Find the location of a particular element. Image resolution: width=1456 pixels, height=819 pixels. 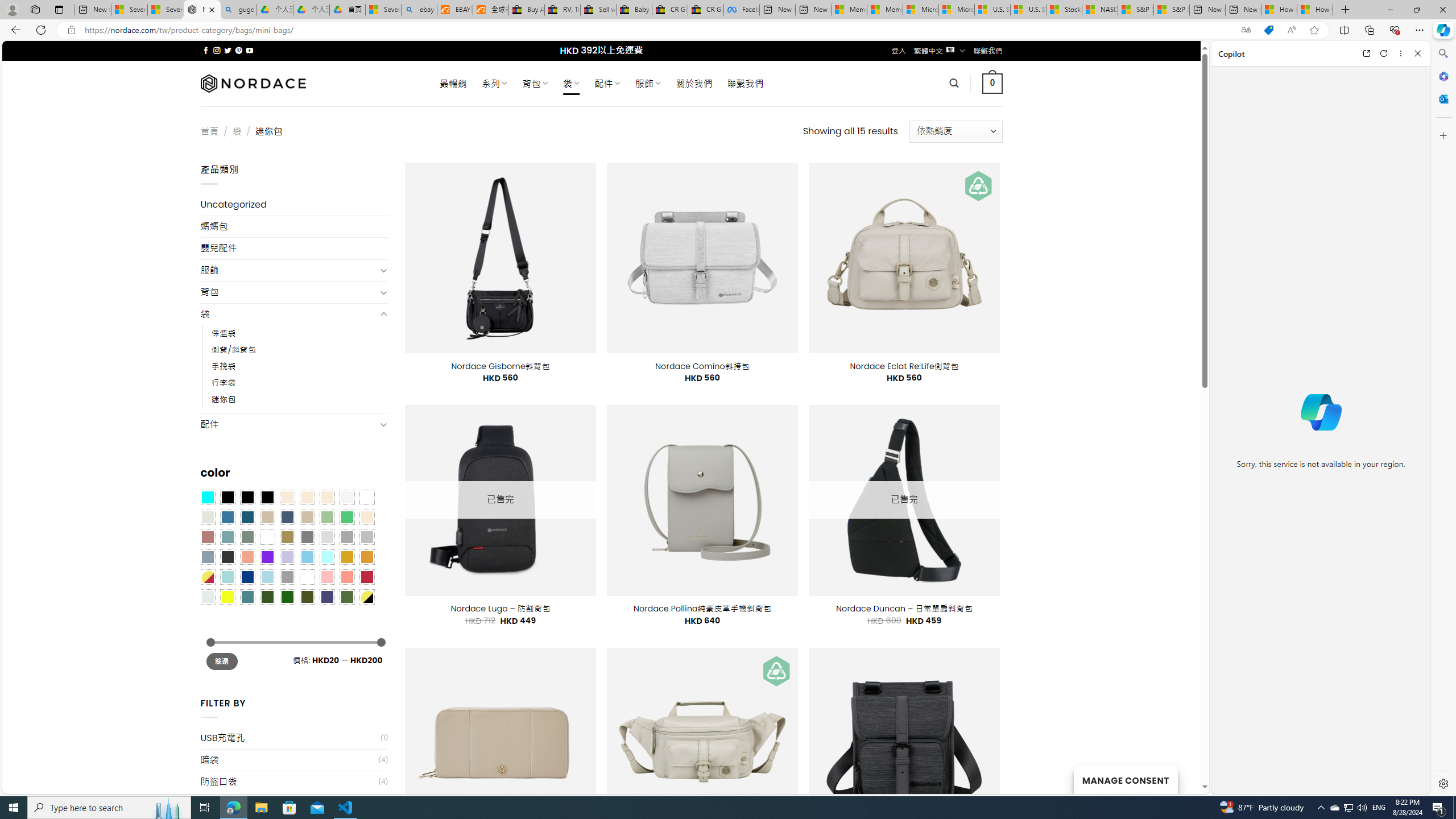

'Microsoft 365' is located at coordinates (1442, 76).